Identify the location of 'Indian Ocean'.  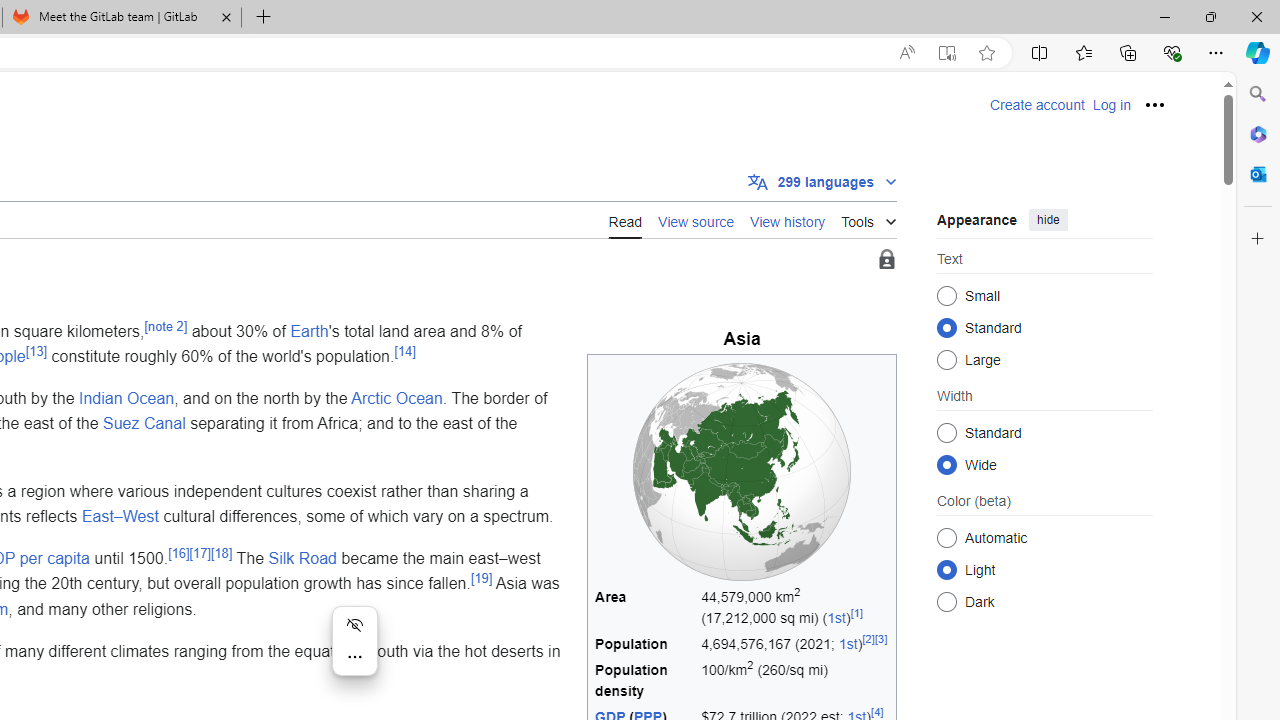
(126, 397).